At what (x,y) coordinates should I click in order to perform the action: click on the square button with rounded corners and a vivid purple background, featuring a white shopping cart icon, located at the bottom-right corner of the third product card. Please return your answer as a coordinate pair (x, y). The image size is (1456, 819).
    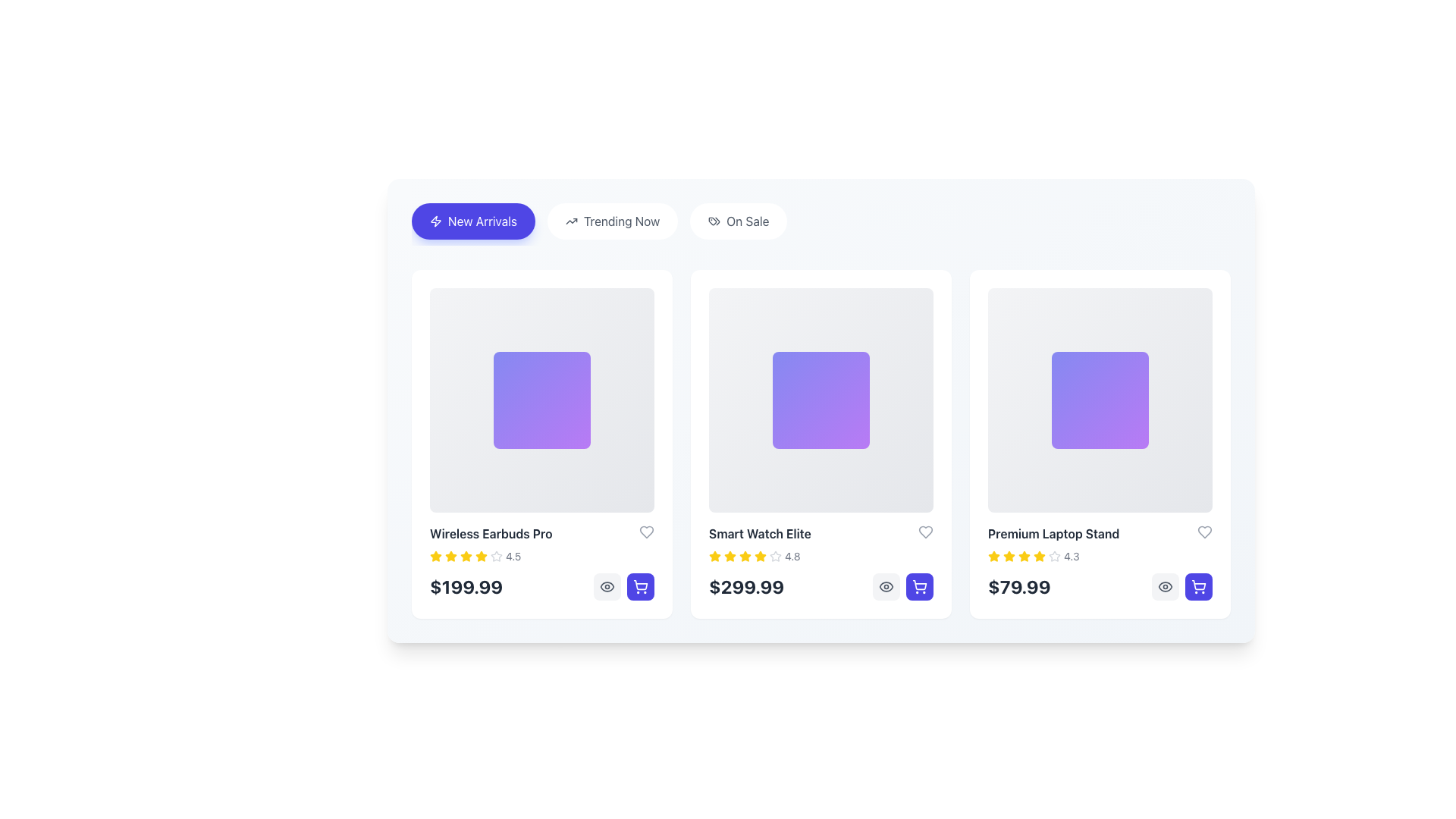
    Looking at the image, I should click on (1197, 586).